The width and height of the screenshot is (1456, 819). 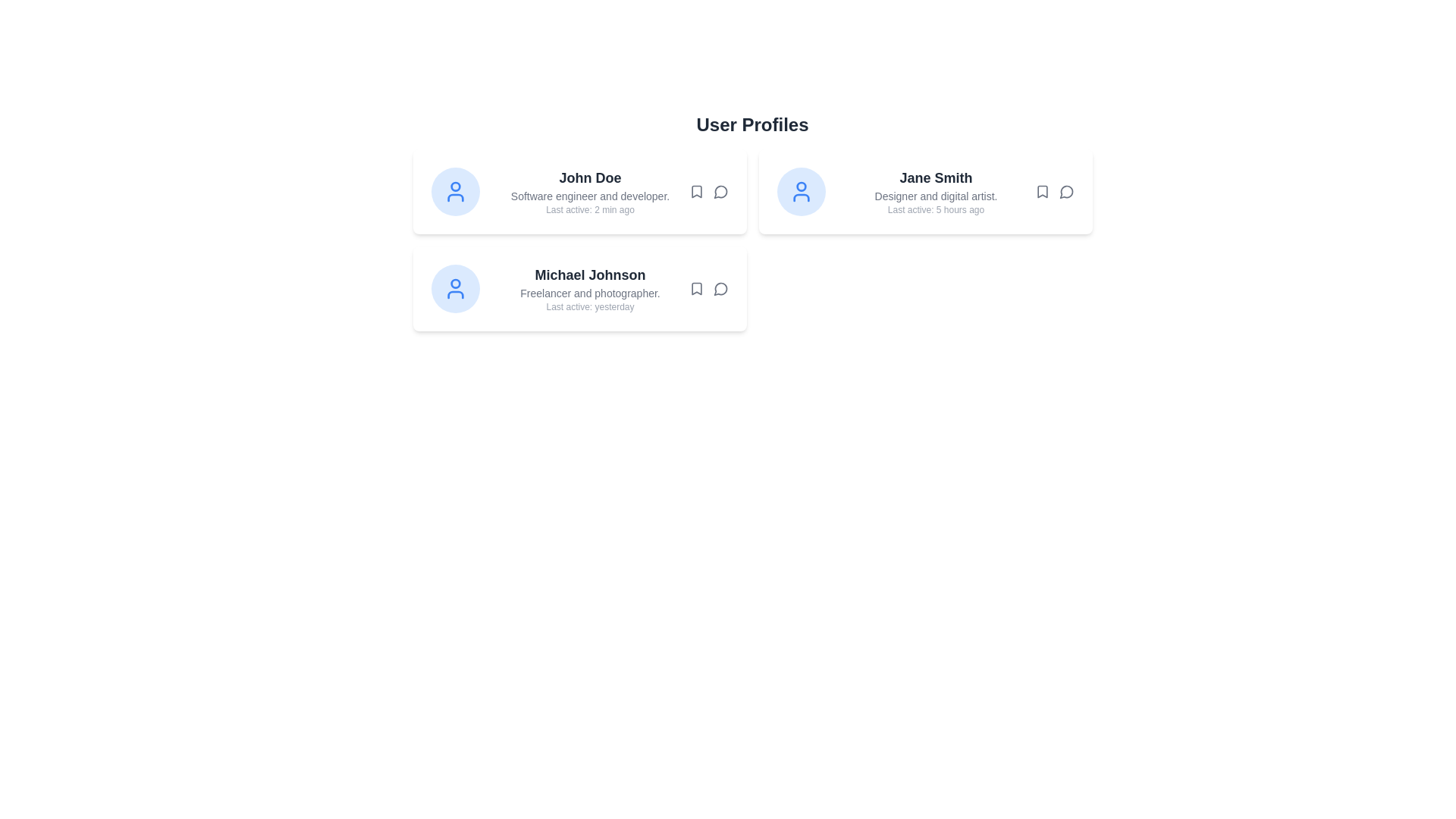 What do you see at coordinates (589, 191) in the screenshot?
I see `the informational text block that provides details about the user, John Doe, including their name, role, and activity status, located centrally in the leftmost profile card` at bounding box center [589, 191].